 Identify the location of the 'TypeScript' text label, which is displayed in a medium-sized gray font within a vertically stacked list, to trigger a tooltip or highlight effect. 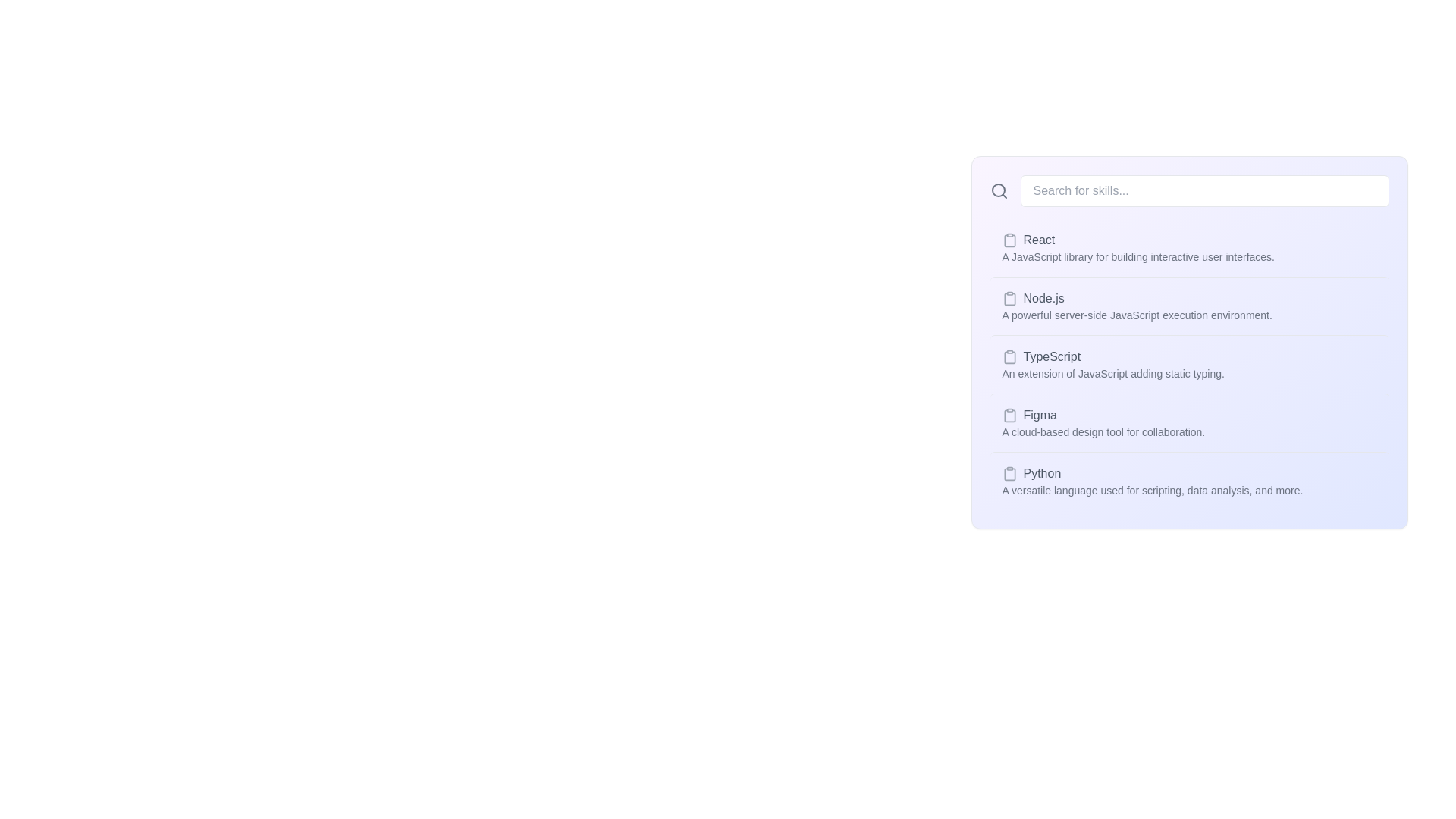
(1051, 356).